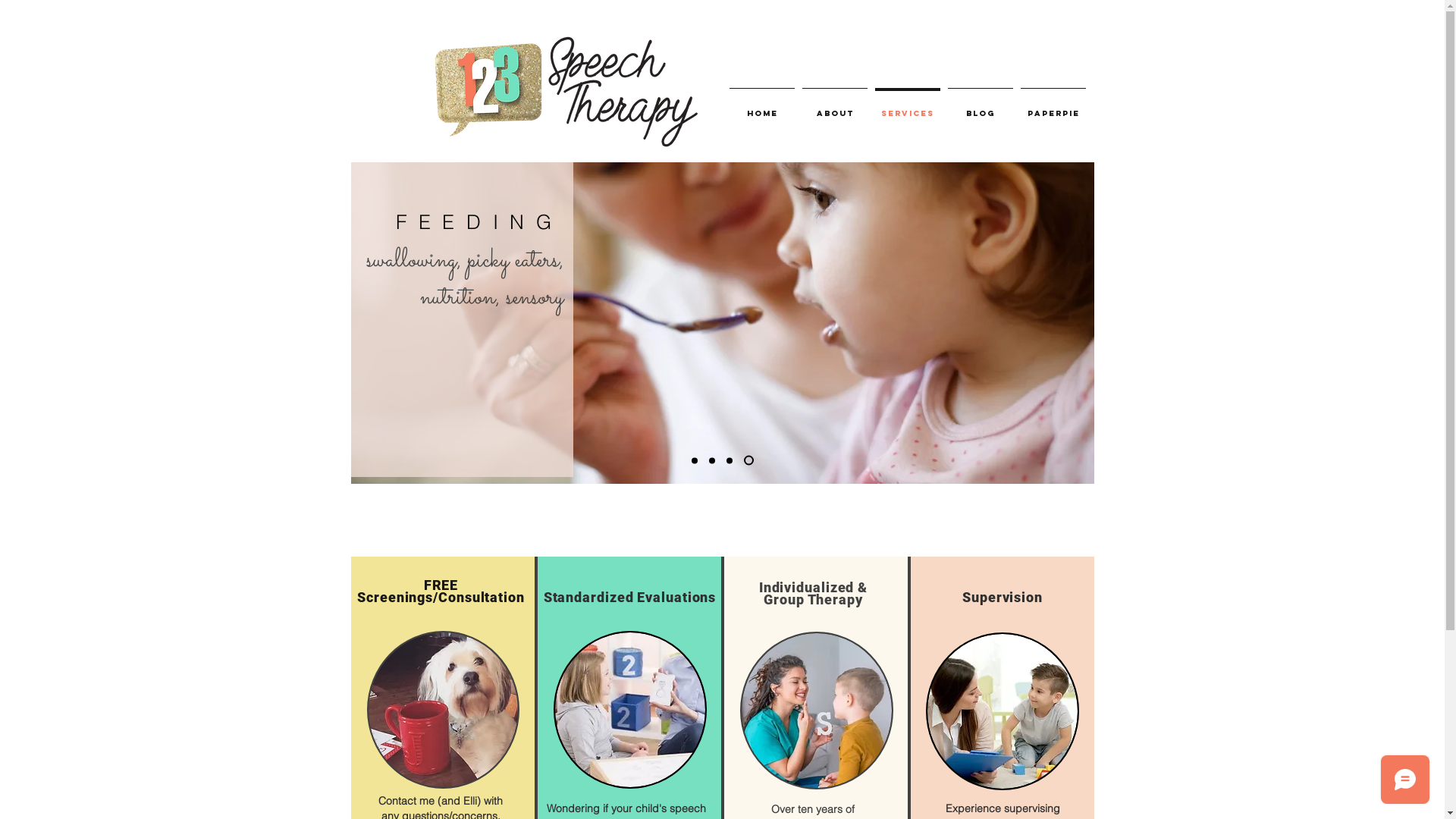 This screenshot has height=819, width=1456. Describe the element at coordinates (907, 106) in the screenshot. I see `'SERVICES'` at that location.